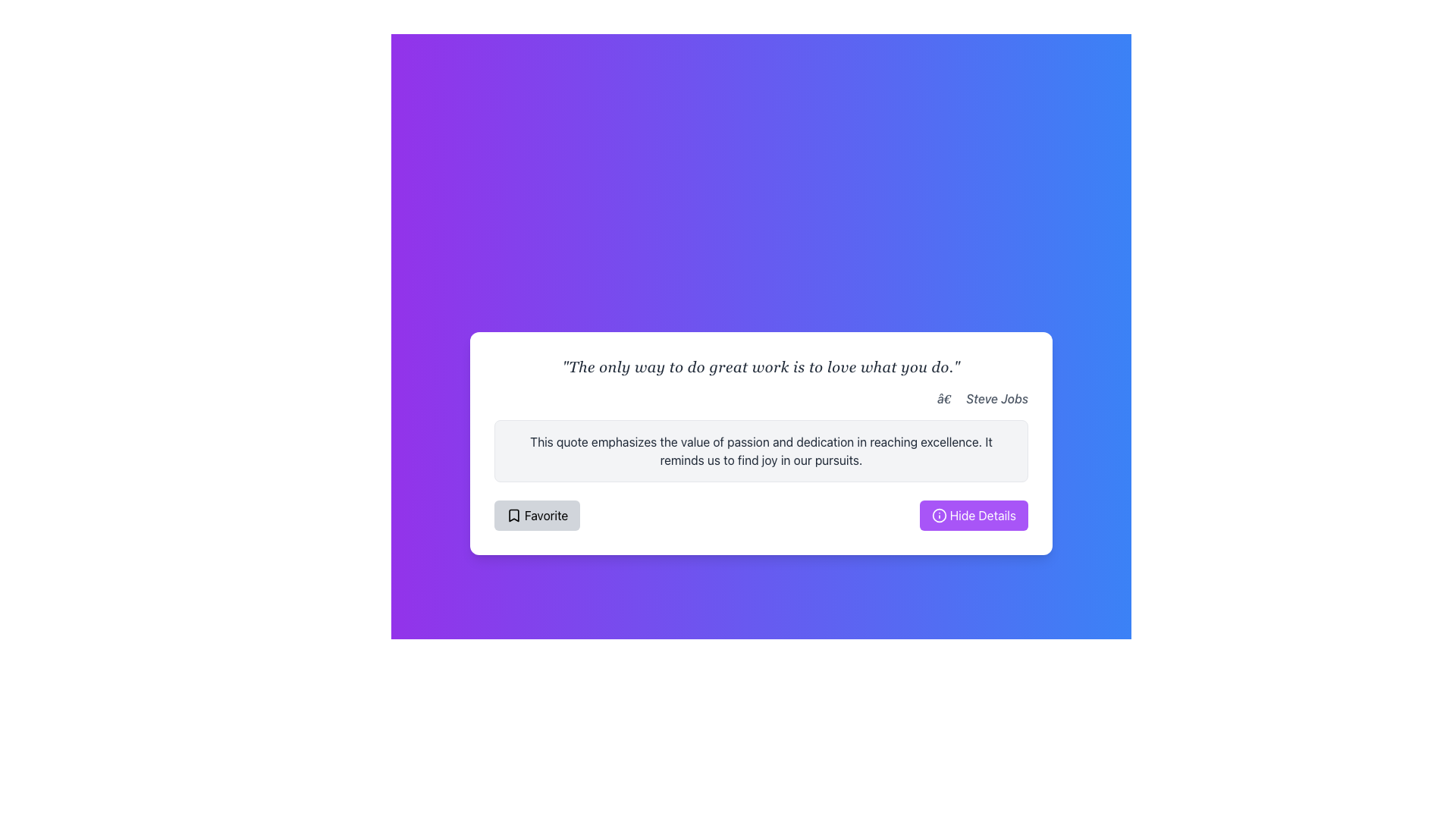 This screenshot has height=819, width=1456. I want to click on the static text element that provides supplementary information about the main quote, located centrally above the 'Favorite' and 'Hide Details' buttons, so click(761, 450).